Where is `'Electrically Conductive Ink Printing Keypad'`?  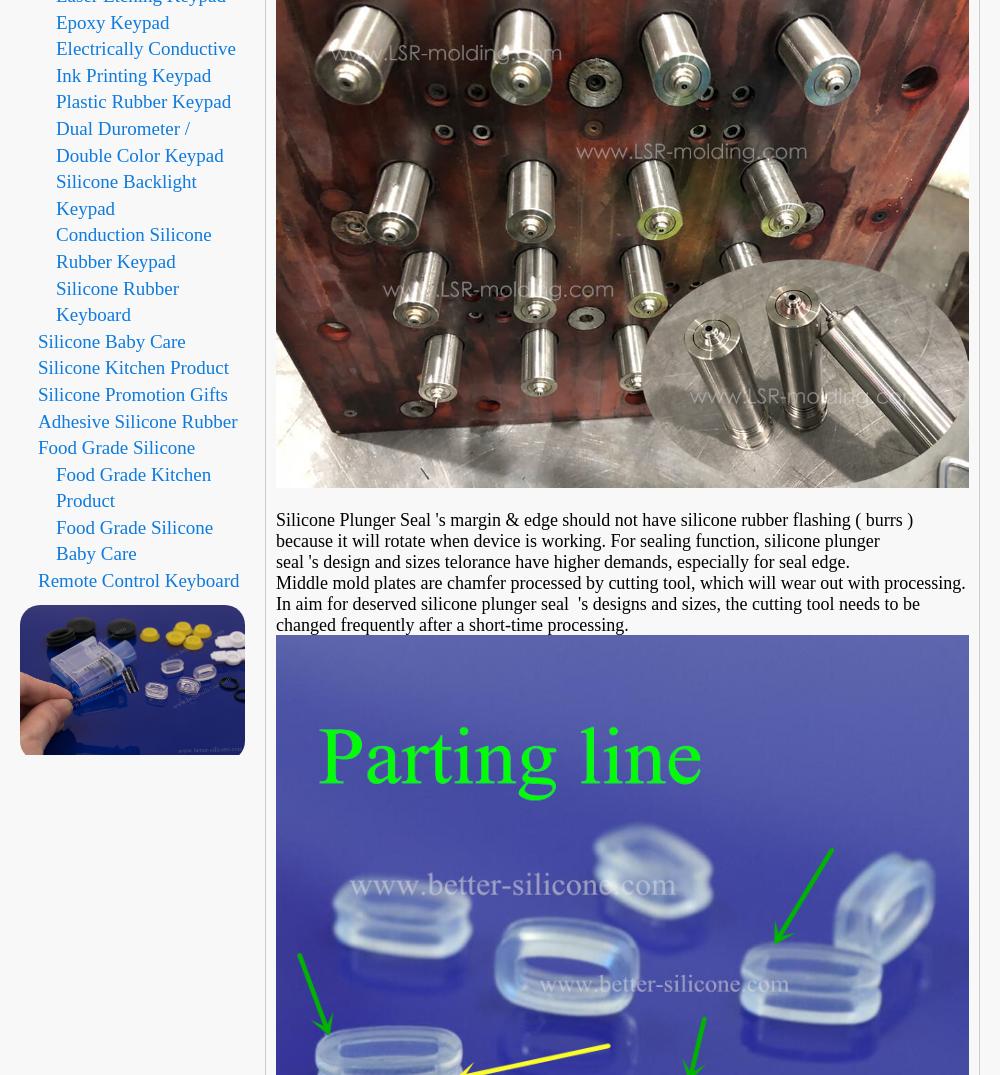
'Electrically Conductive Ink Printing Keypad' is located at coordinates (145, 61).